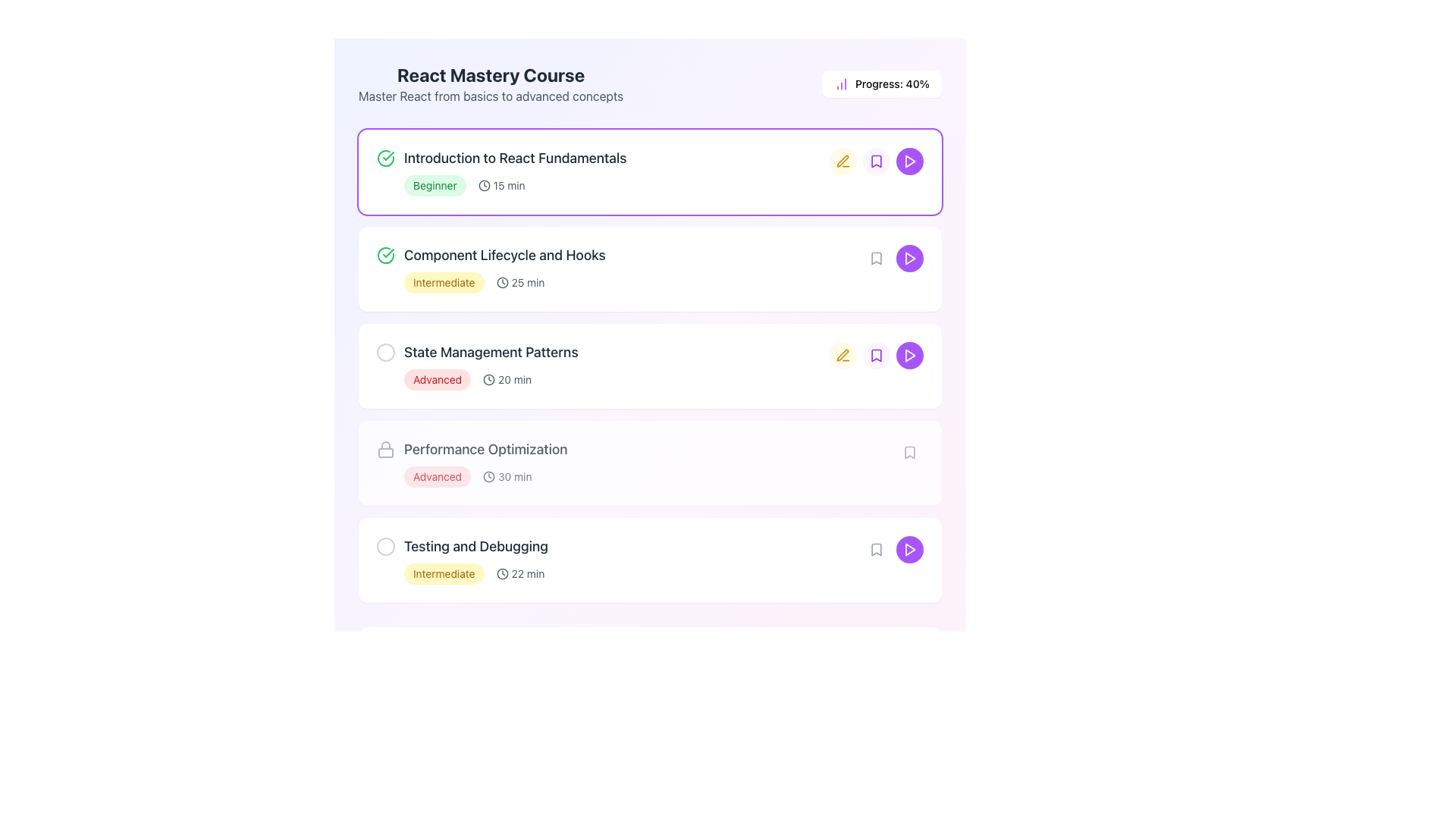 The image size is (1456, 819). What do you see at coordinates (843, 356) in the screenshot?
I see `the editing icon button for the course 'Introduction to React Fundamentals', which is positioned within a yellow circular background and is the leftmost element in a trio of icons` at bounding box center [843, 356].